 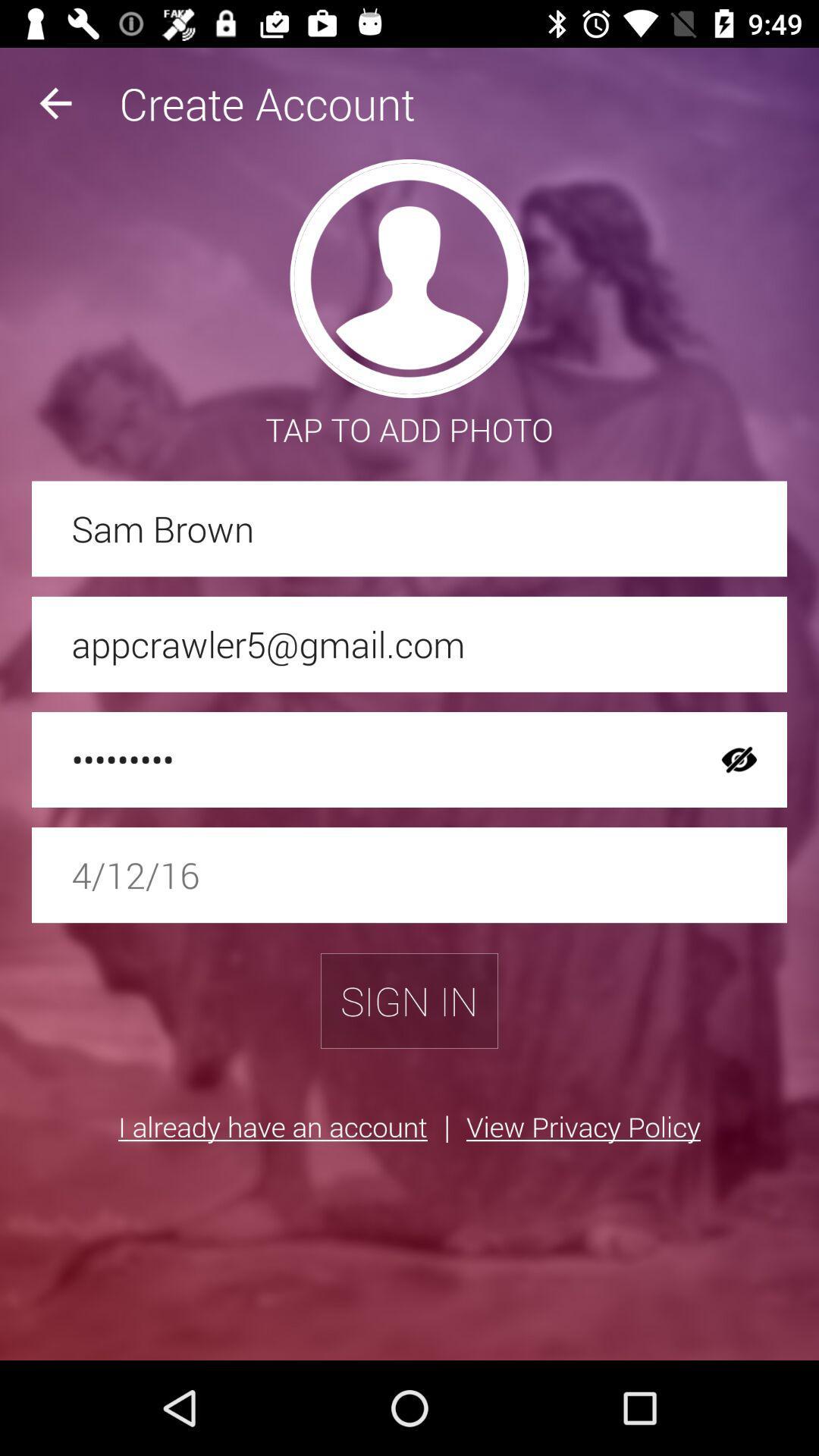 What do you see at coordinates (739, 760) in the screenshot?
I see `item next to the crowd3116 icon` at bounding box center [739, 760].